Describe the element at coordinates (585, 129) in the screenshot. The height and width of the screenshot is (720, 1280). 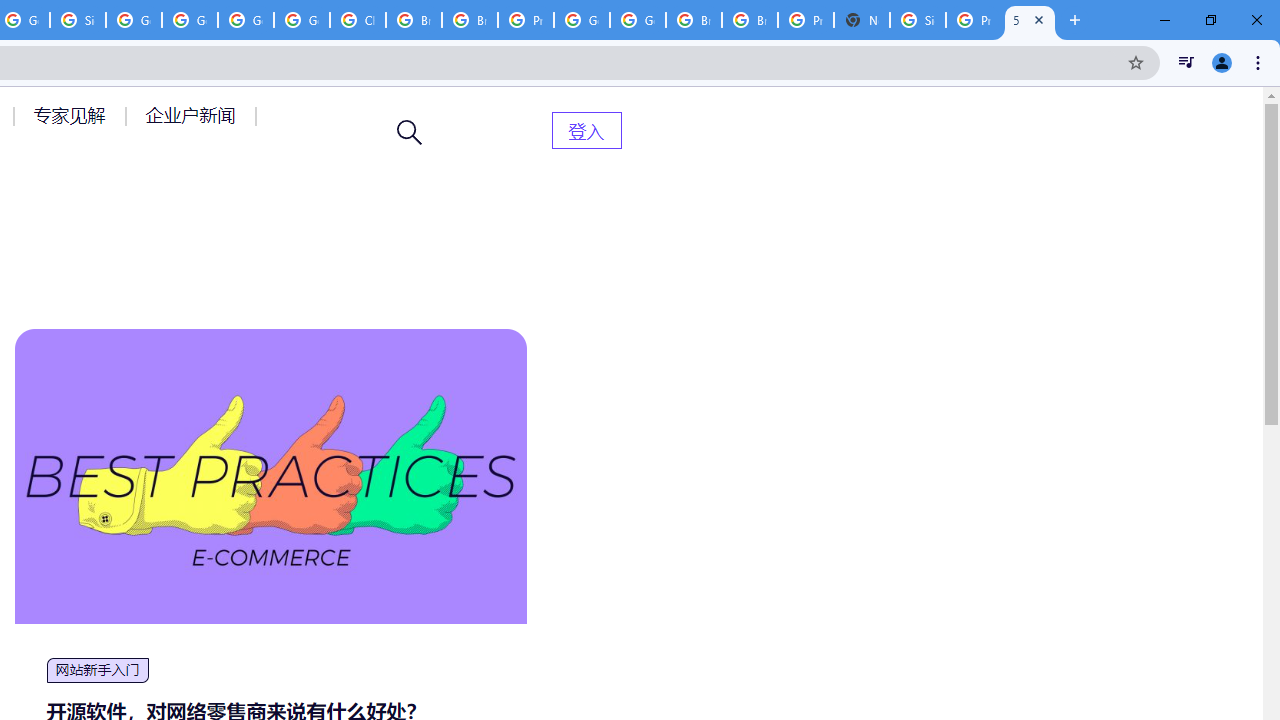
I see `'AutomationID: menu-item-82399'` at that location.